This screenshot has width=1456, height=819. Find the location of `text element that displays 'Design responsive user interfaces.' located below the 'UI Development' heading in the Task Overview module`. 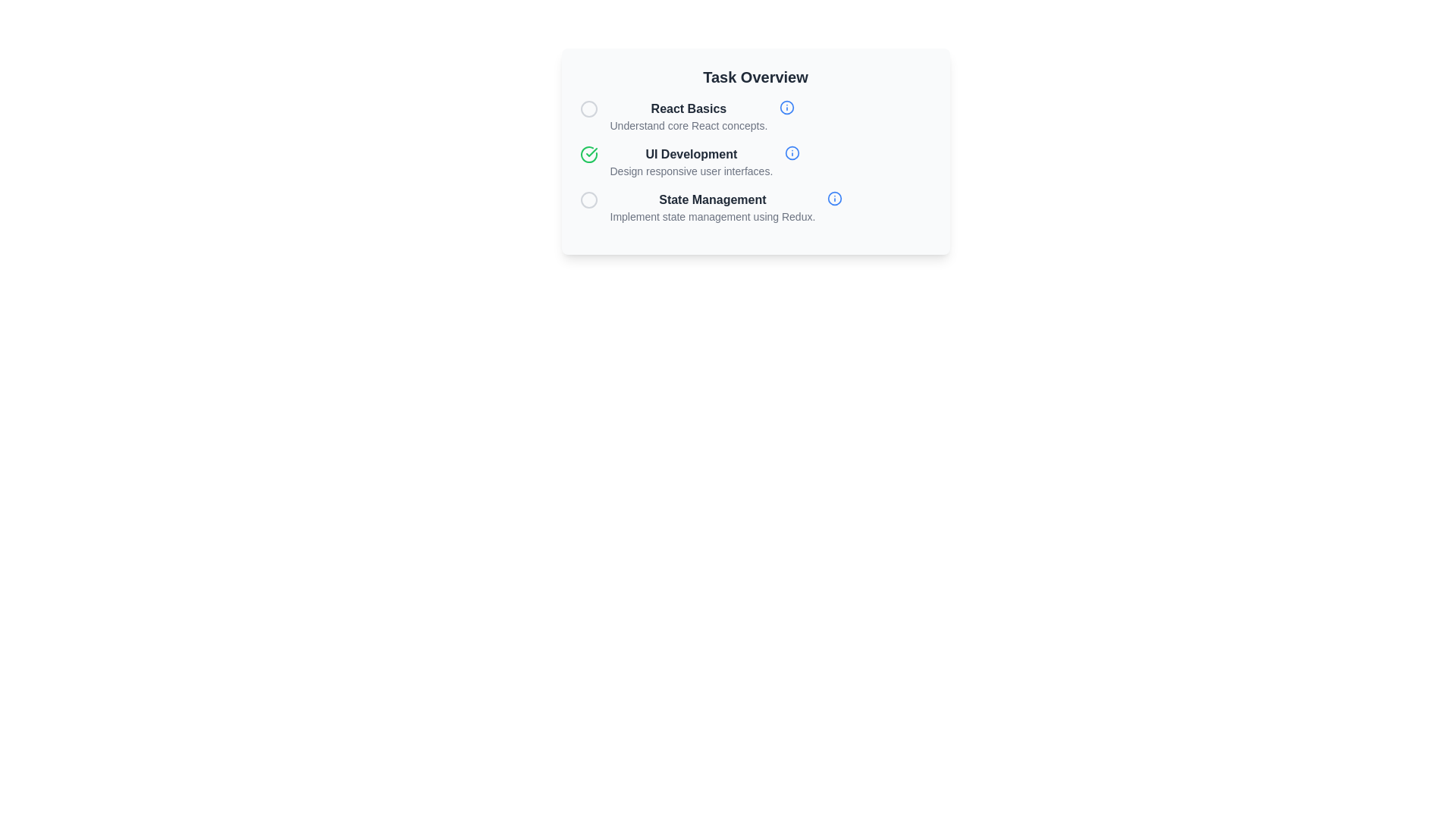

text element that displays 'Design responsive user interfaces.' located below the 'UI Development' heading in the Task Overview module is located at coordinates (690, 171).